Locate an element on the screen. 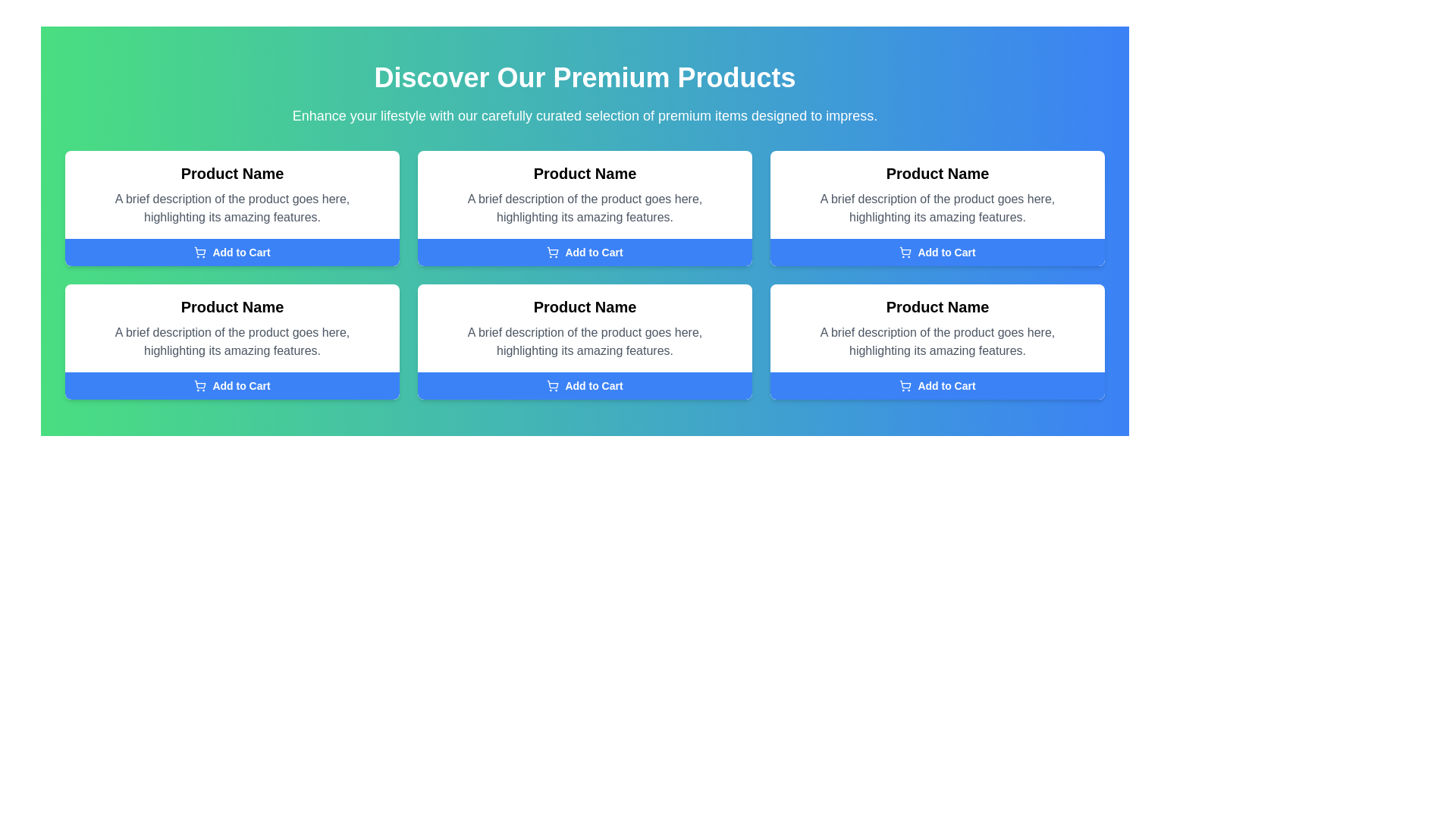 The height and width of the screenshot is (819, 1456). the 'Add to Cart' button with a bright blue background and white text, located at the bottom of the card layout is located at coordinates (231, 251).